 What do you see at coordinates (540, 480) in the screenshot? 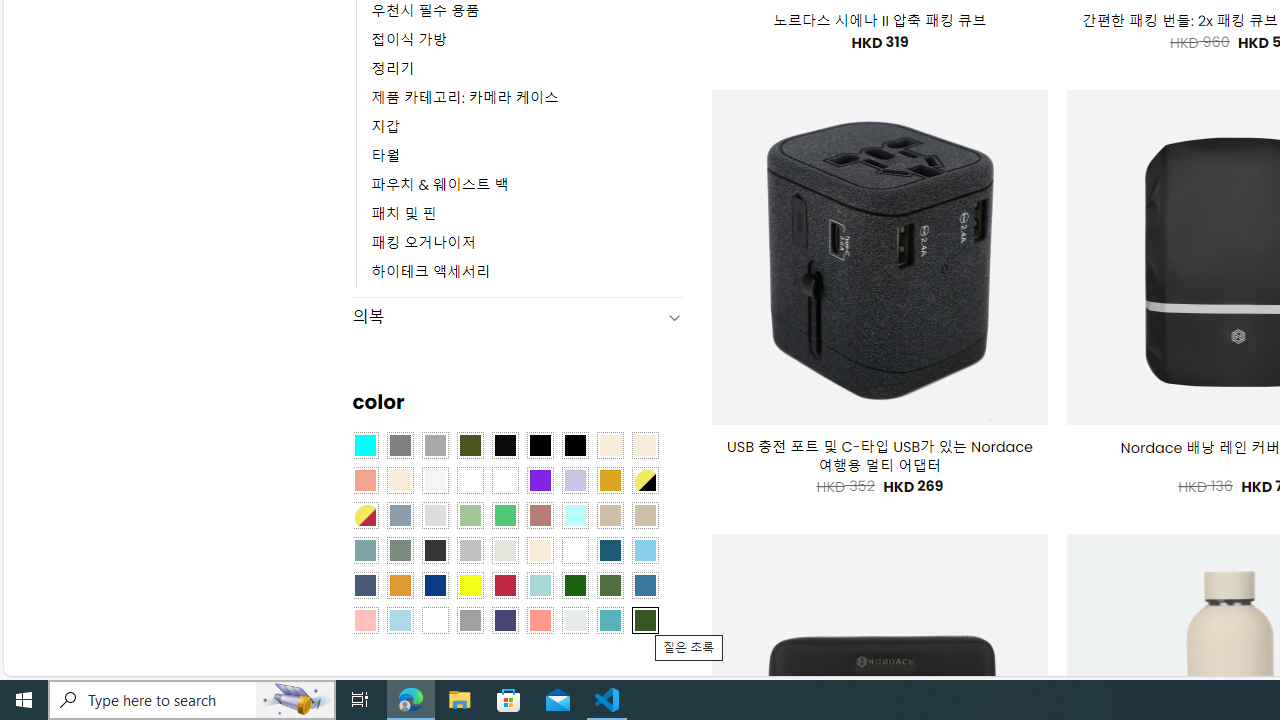
I see `'Purple'` at bounding box center [540, 480].